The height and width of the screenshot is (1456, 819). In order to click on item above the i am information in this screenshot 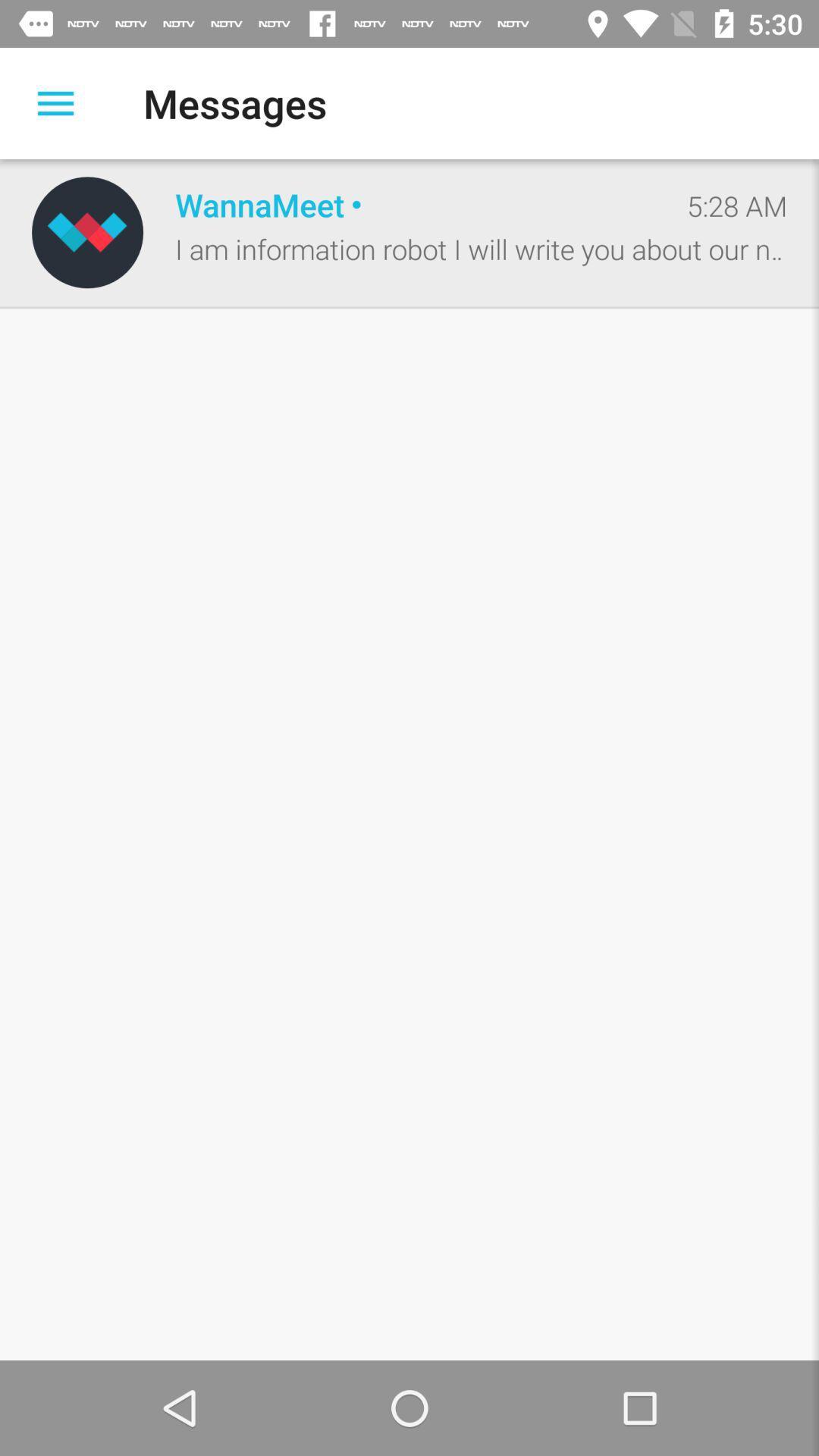, I will do `click(415, 203)`.